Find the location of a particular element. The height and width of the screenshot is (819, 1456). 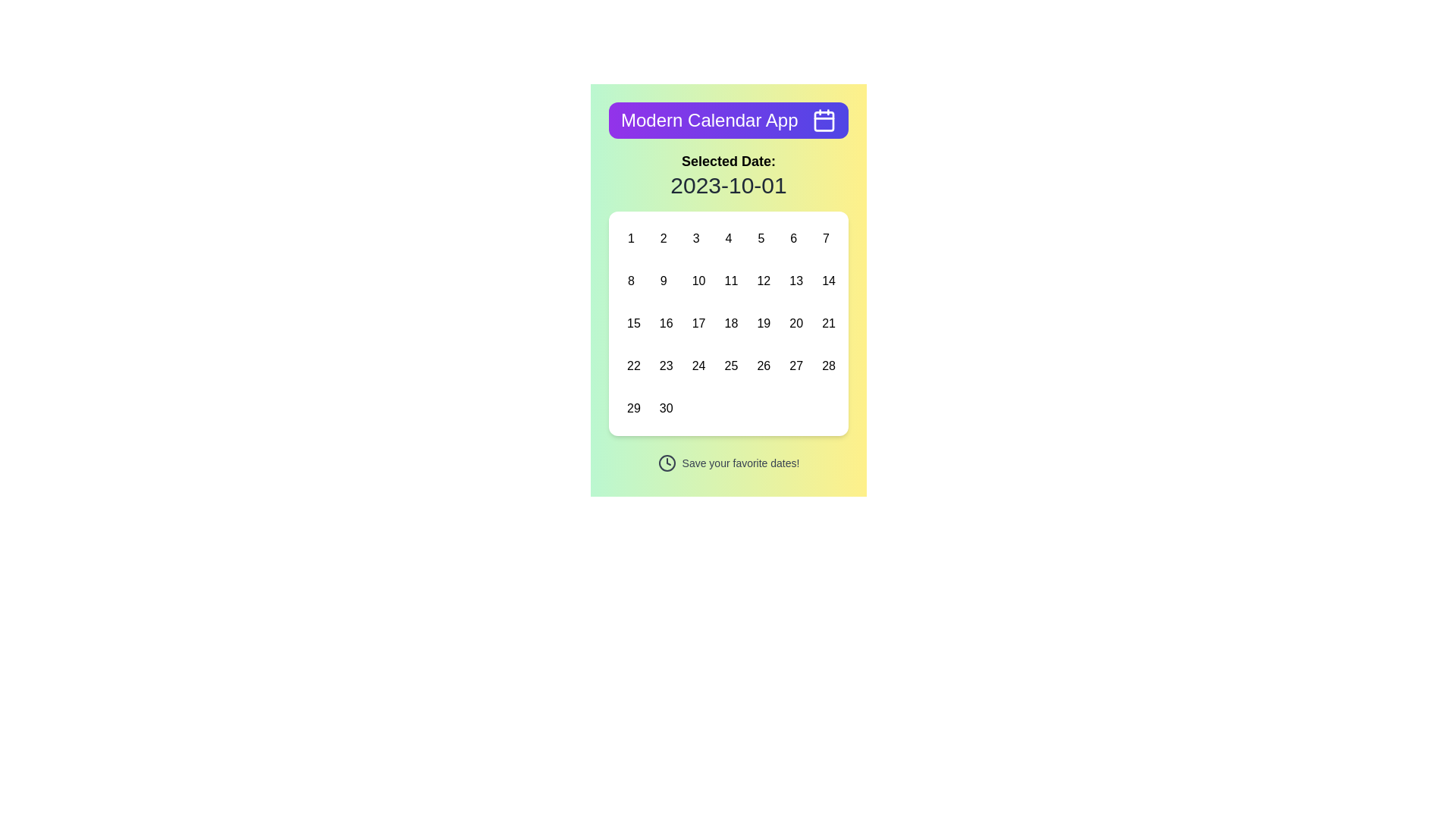

the Interactive calendar day button labeled '20' is located at coordinates (792, 323).